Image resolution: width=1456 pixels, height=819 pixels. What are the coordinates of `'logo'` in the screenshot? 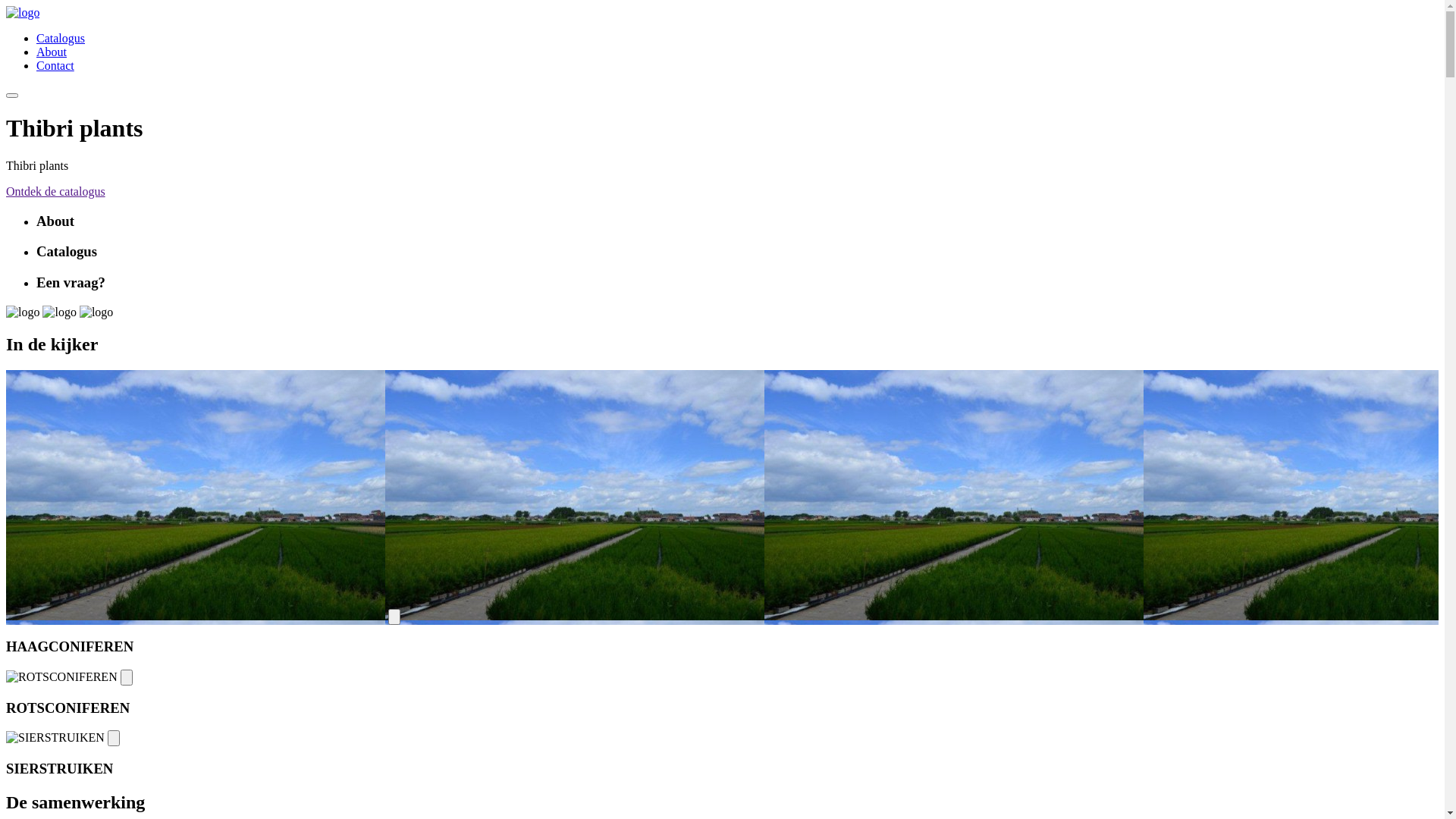 It's located at (42, 312).